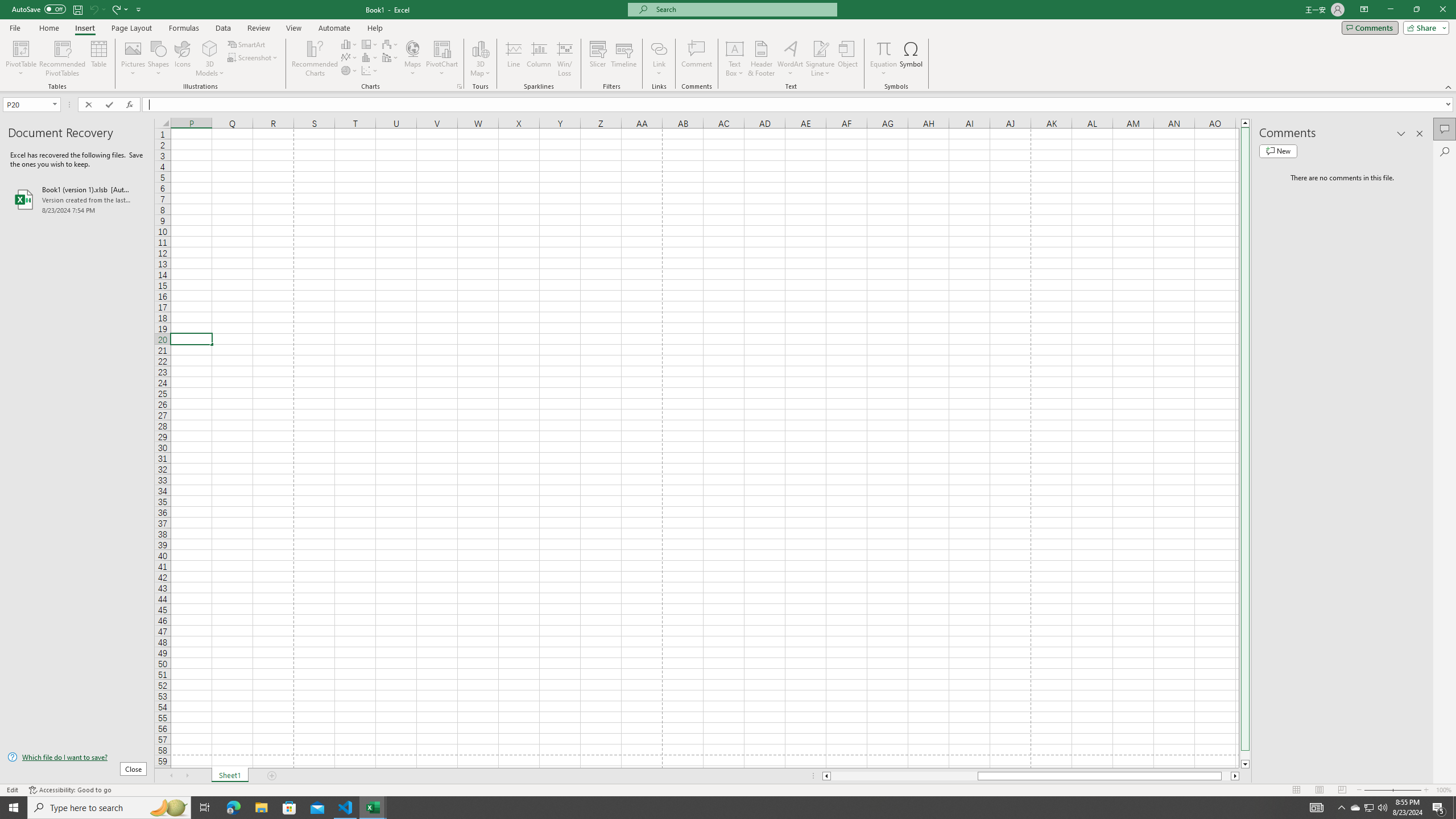  What do you see at coordinates (390, 56) in the screenshot?
I see `'Insert Combo Chart'` at bounding box center [390, 56].